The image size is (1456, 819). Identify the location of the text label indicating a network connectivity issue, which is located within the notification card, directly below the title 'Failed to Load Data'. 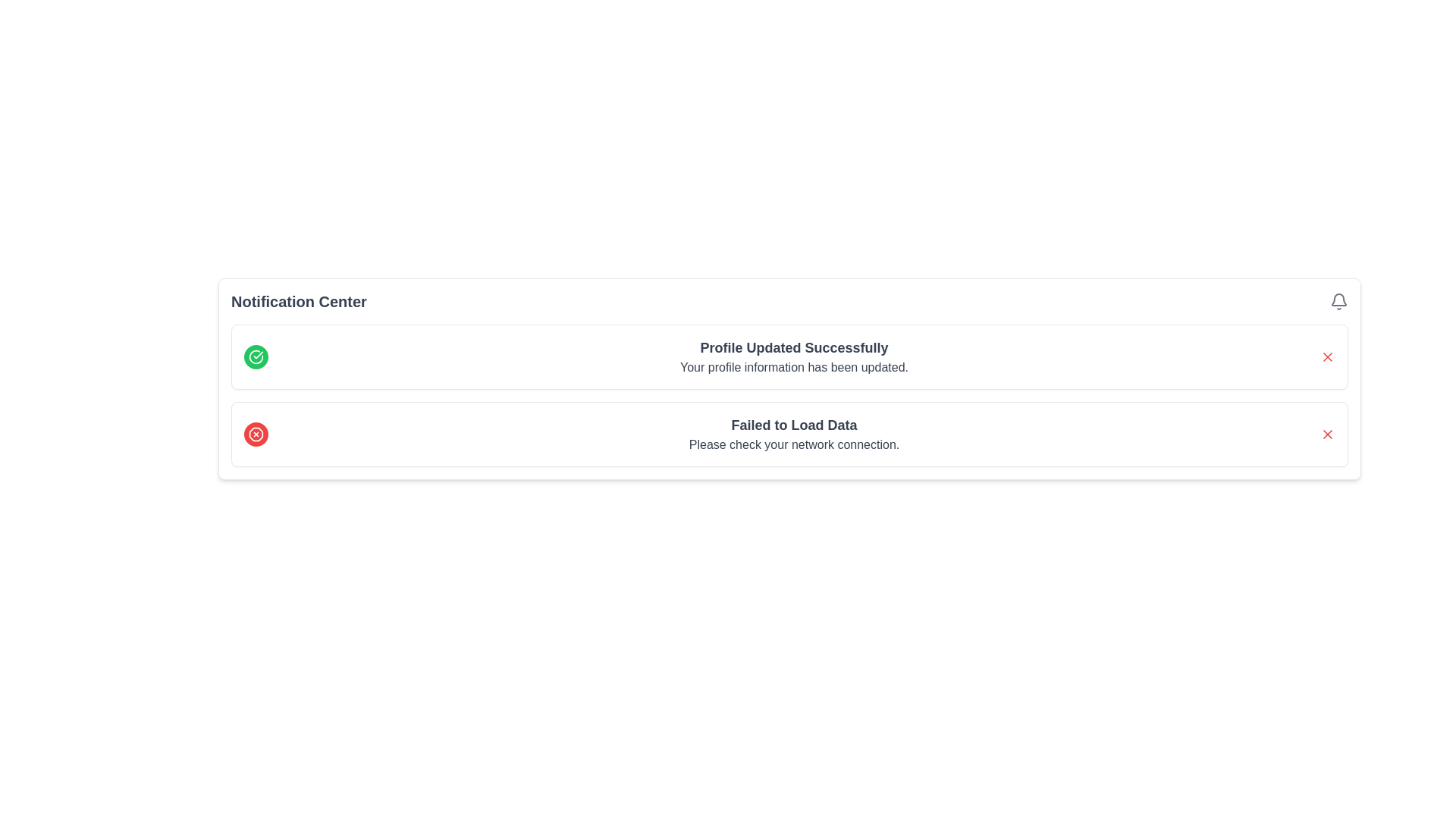
(793, 444).